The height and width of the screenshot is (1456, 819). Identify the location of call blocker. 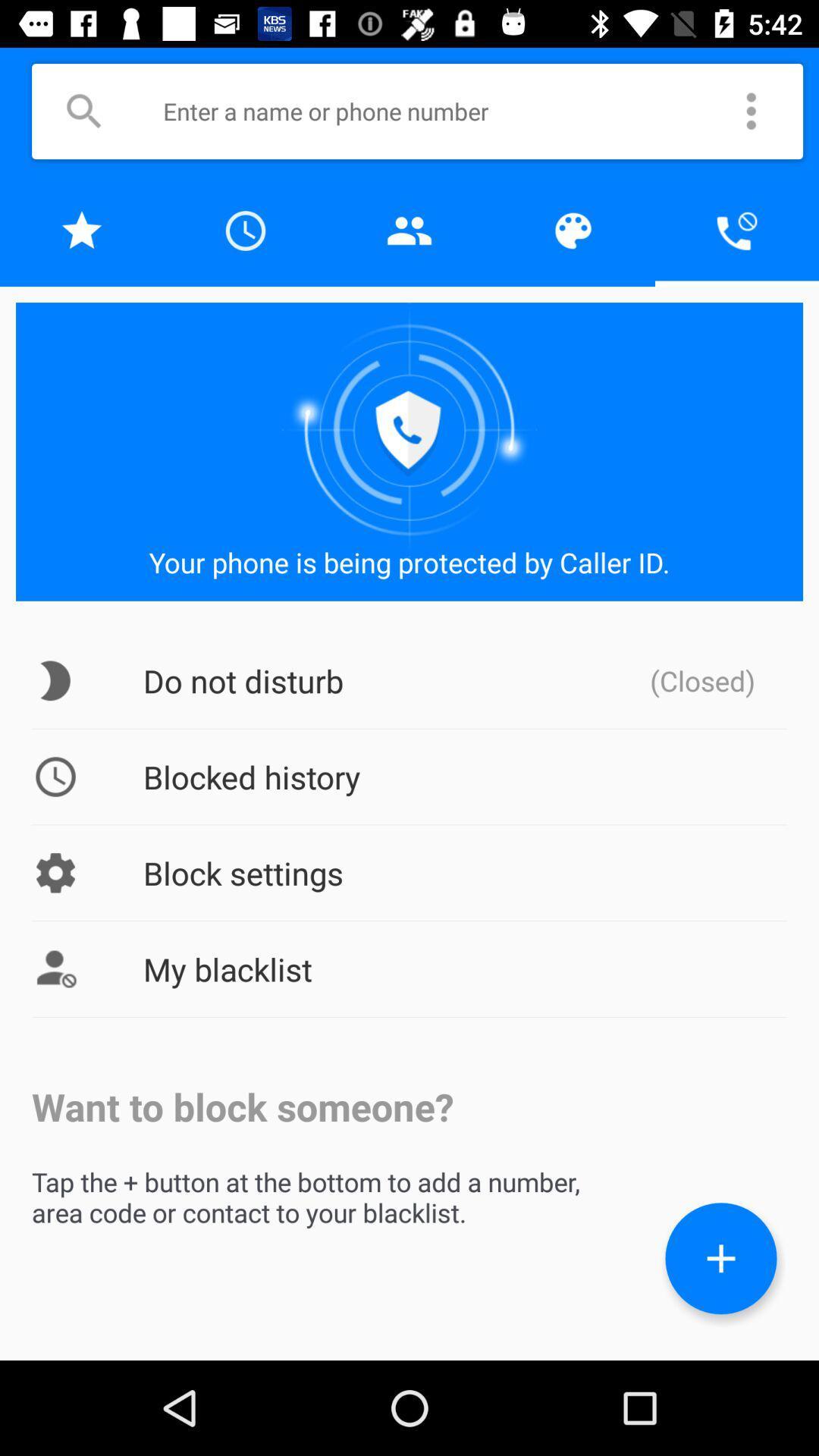
(736, 230).